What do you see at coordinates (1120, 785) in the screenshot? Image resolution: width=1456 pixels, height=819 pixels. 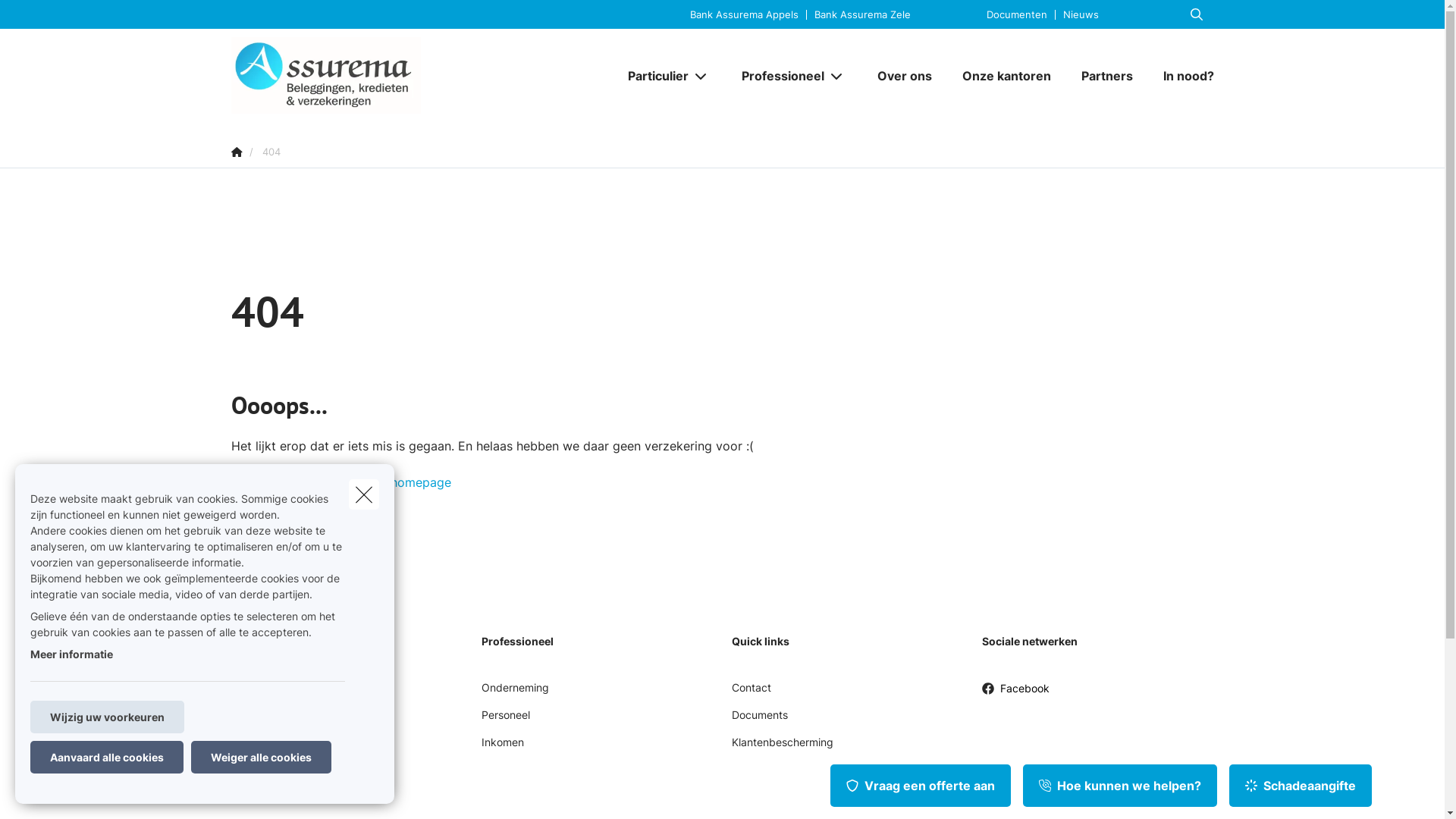 I see `'Hoe kunnen we helpen?'` at bounding box center [1120, 785].